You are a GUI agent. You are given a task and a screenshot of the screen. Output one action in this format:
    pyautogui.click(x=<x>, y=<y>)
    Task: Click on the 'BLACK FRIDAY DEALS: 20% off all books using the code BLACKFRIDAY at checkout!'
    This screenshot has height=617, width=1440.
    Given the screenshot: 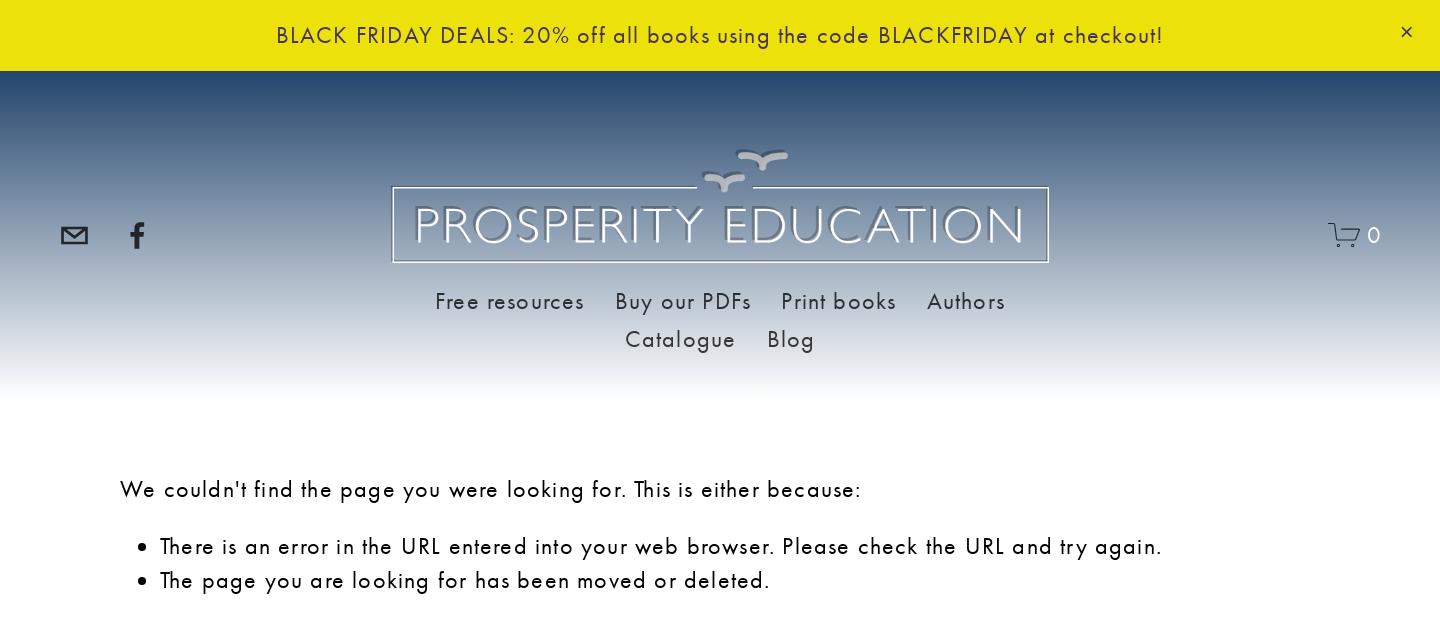 What is the action you would take?
    pyautogui.click(x=719, y=33)
    